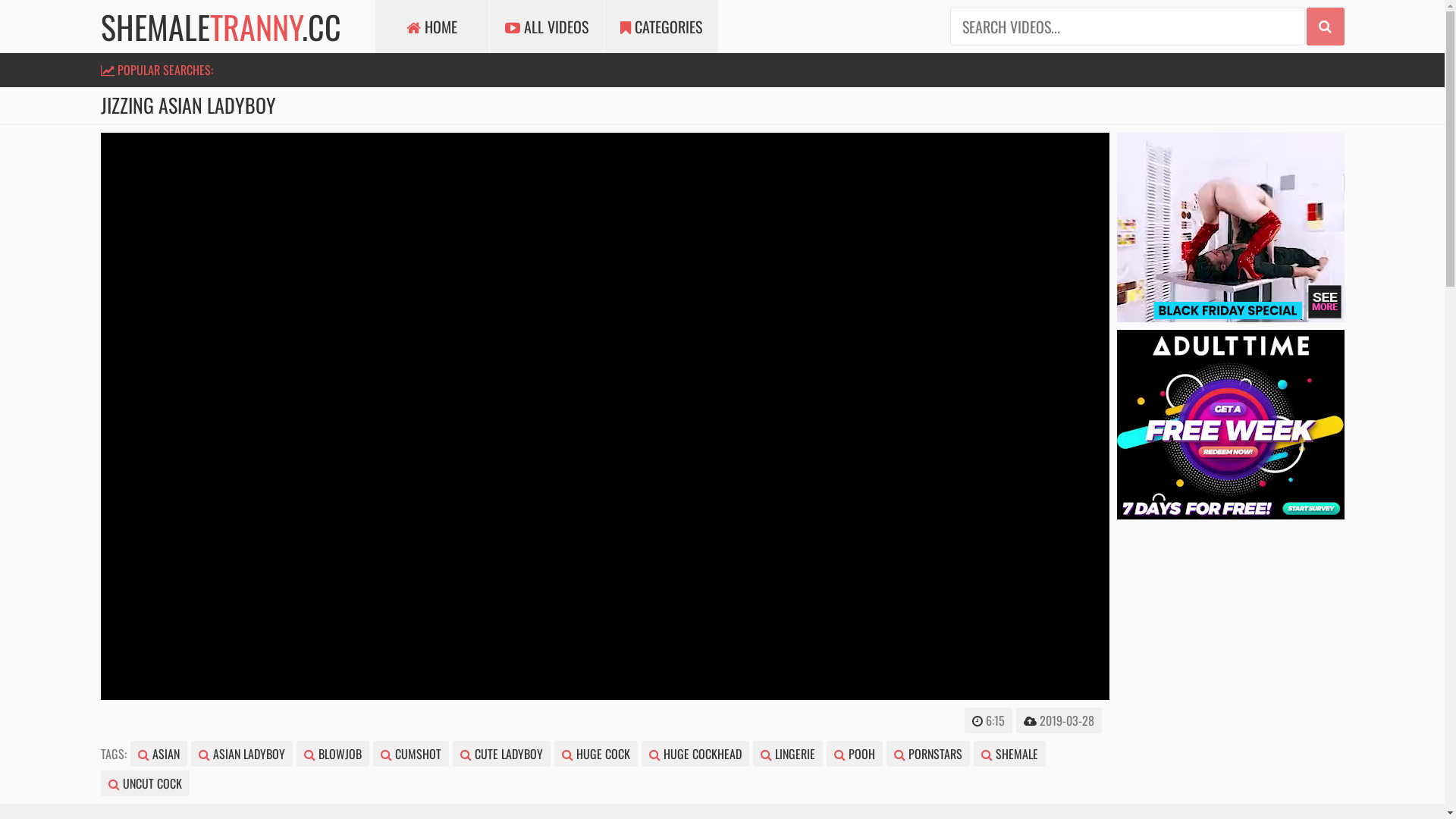 This screenshot has height=819, width=1456. Describe the element at coordinates (295, 754) in the screenshot. I see `'BLOWJOB'` at that location.